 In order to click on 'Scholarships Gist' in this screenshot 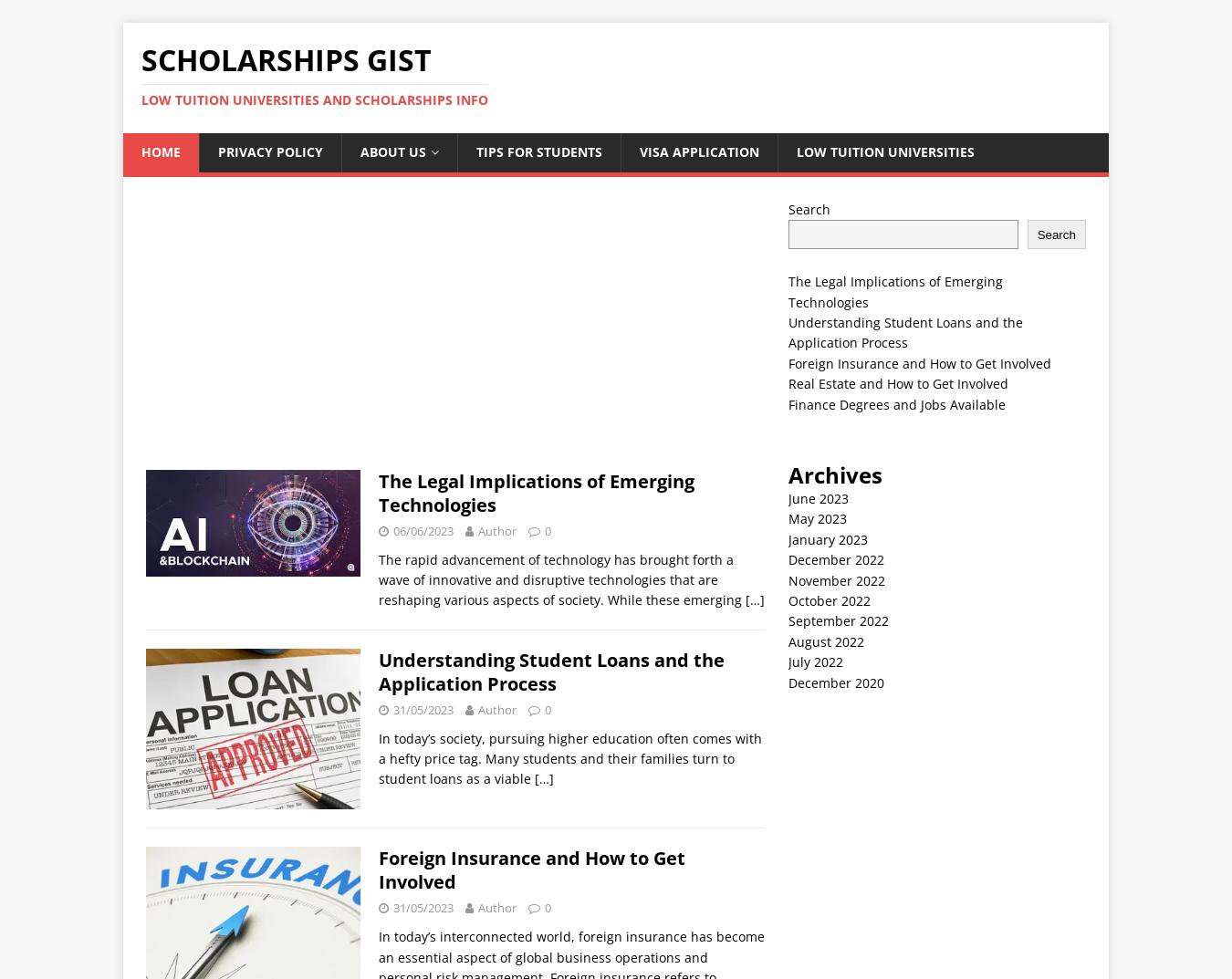, I will do `click(286, 59)`.